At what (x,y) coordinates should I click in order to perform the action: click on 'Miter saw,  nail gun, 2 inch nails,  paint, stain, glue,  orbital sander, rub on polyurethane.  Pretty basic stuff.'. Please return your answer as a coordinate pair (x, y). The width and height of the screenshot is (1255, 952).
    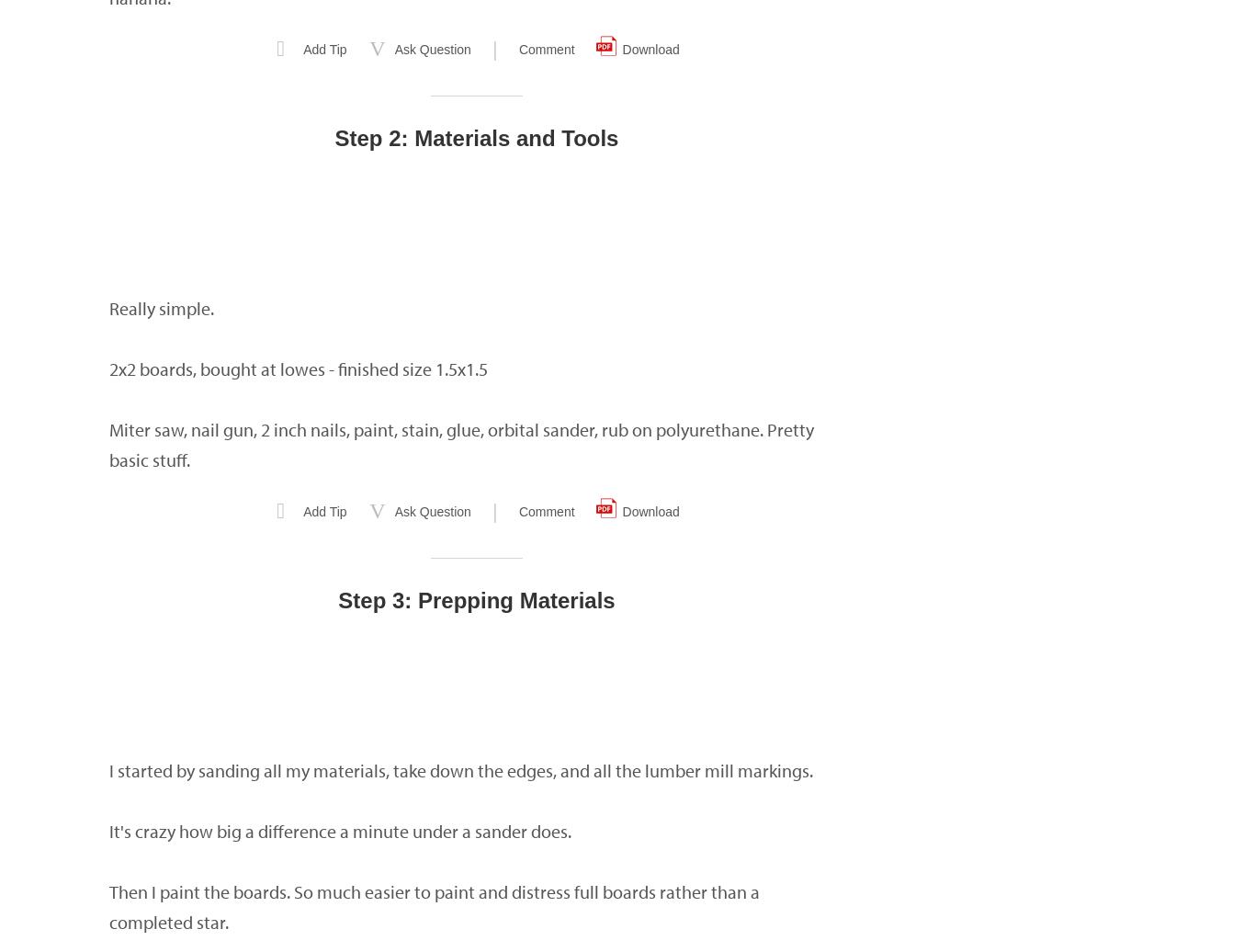
    Looking at the image, I should click on (461, 445).